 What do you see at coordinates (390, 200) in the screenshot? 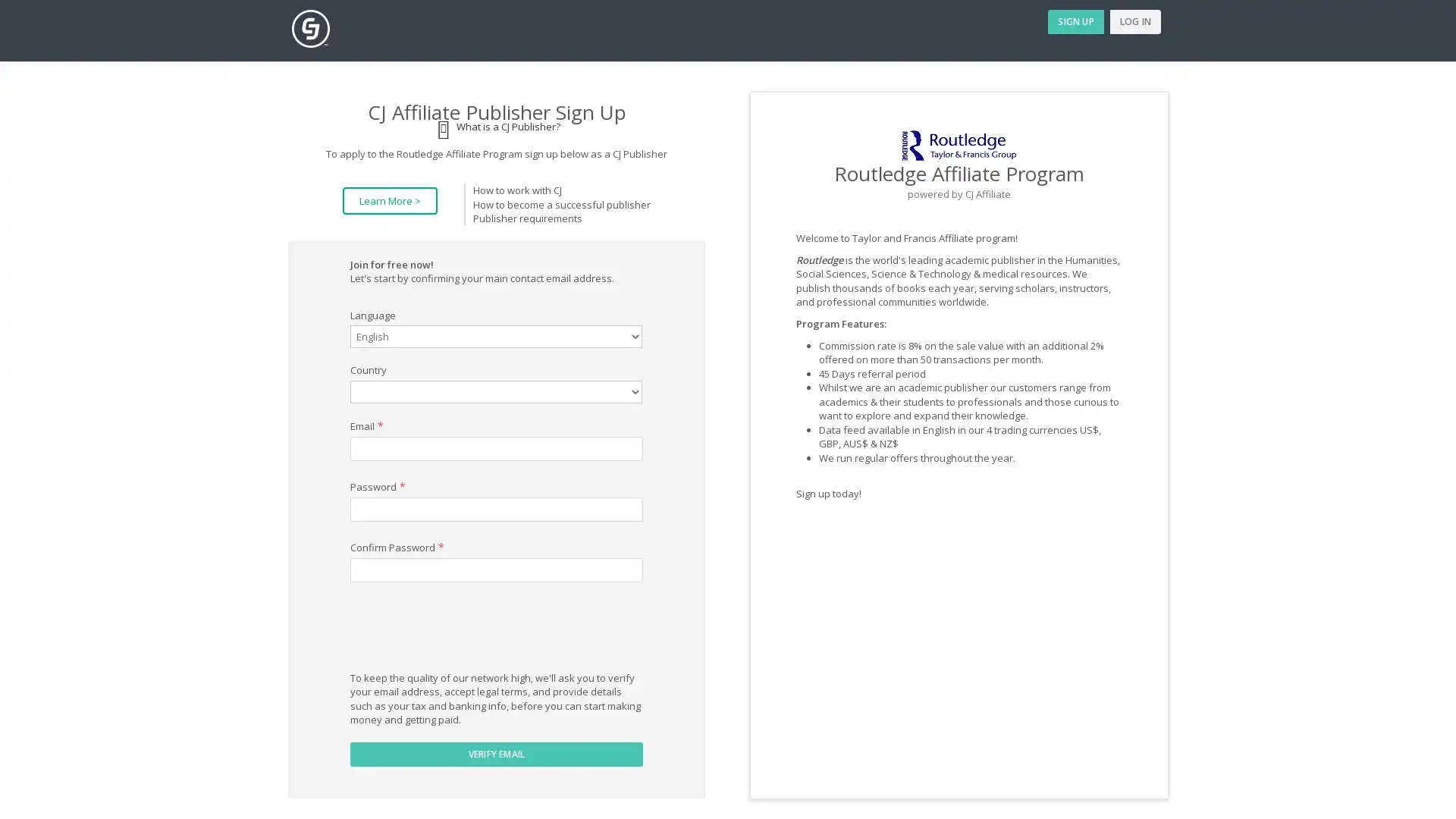
I see `Learn More >` at bounding box center [390, 200].